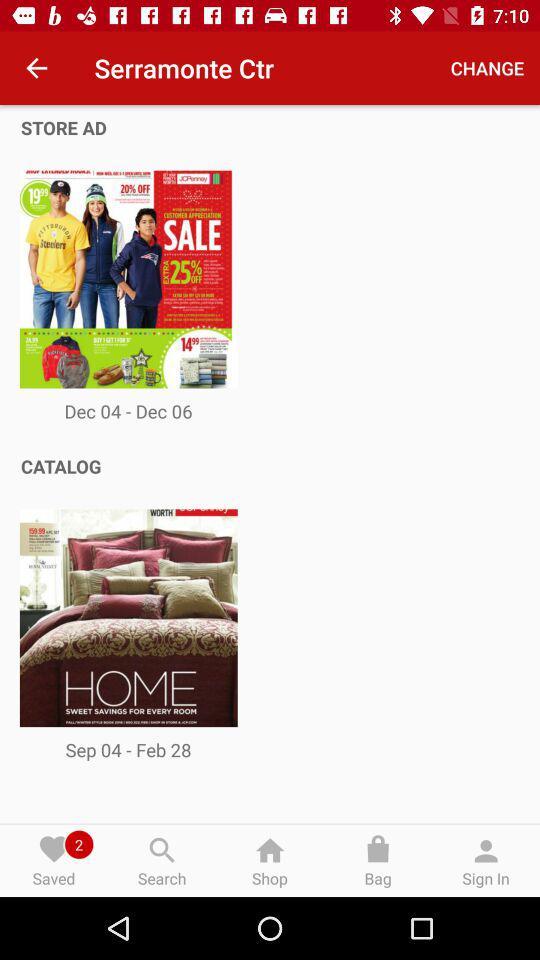 The image size is (540, 960). I want to click on icon to the right of serramonte ctr, so click(486, 68).